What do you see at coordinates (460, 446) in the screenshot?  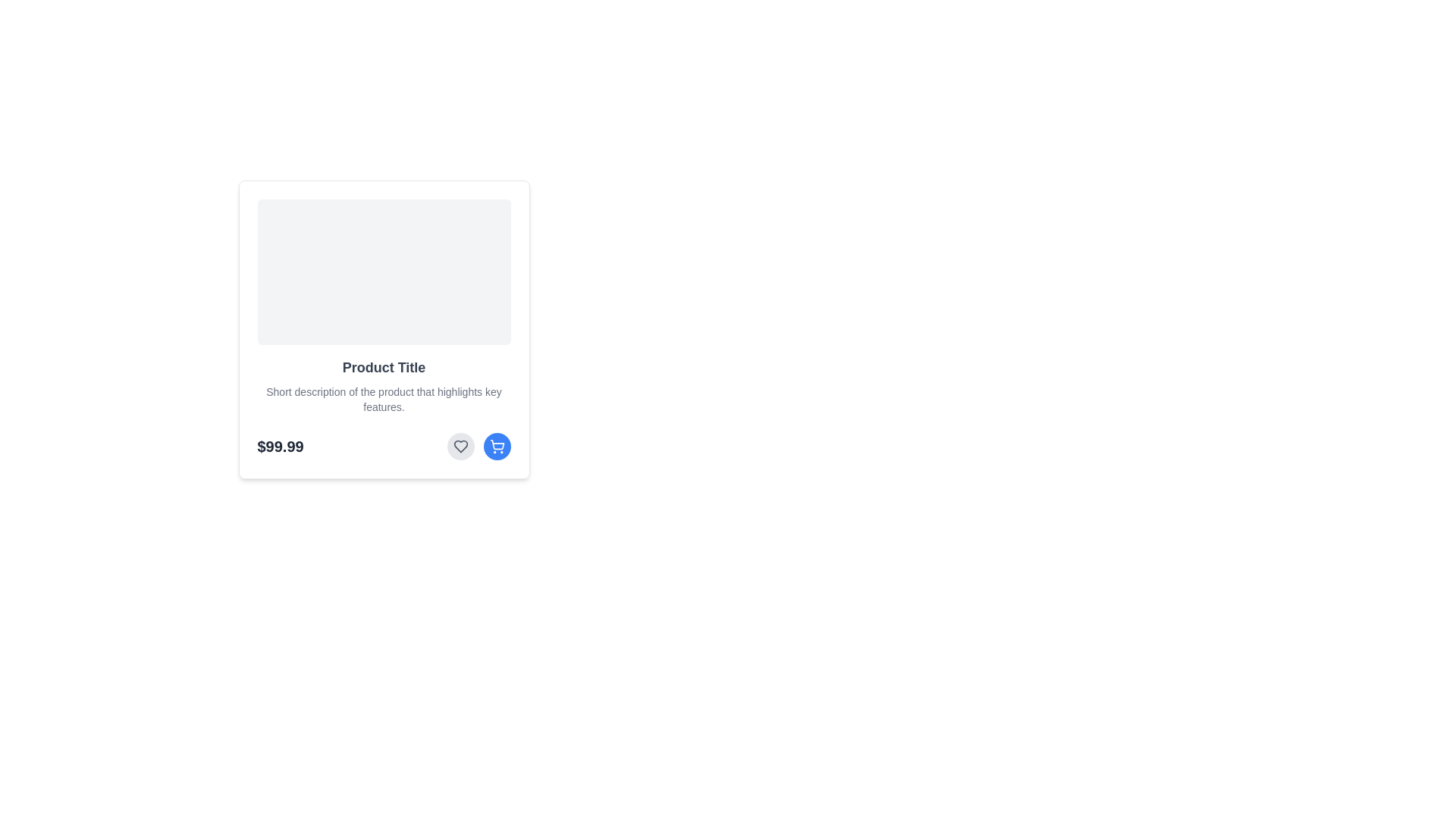 I see `the heart-shaped icon located in the bottom section of the product card to favorite or unfavorite the product` at bounding box center [460, 446].